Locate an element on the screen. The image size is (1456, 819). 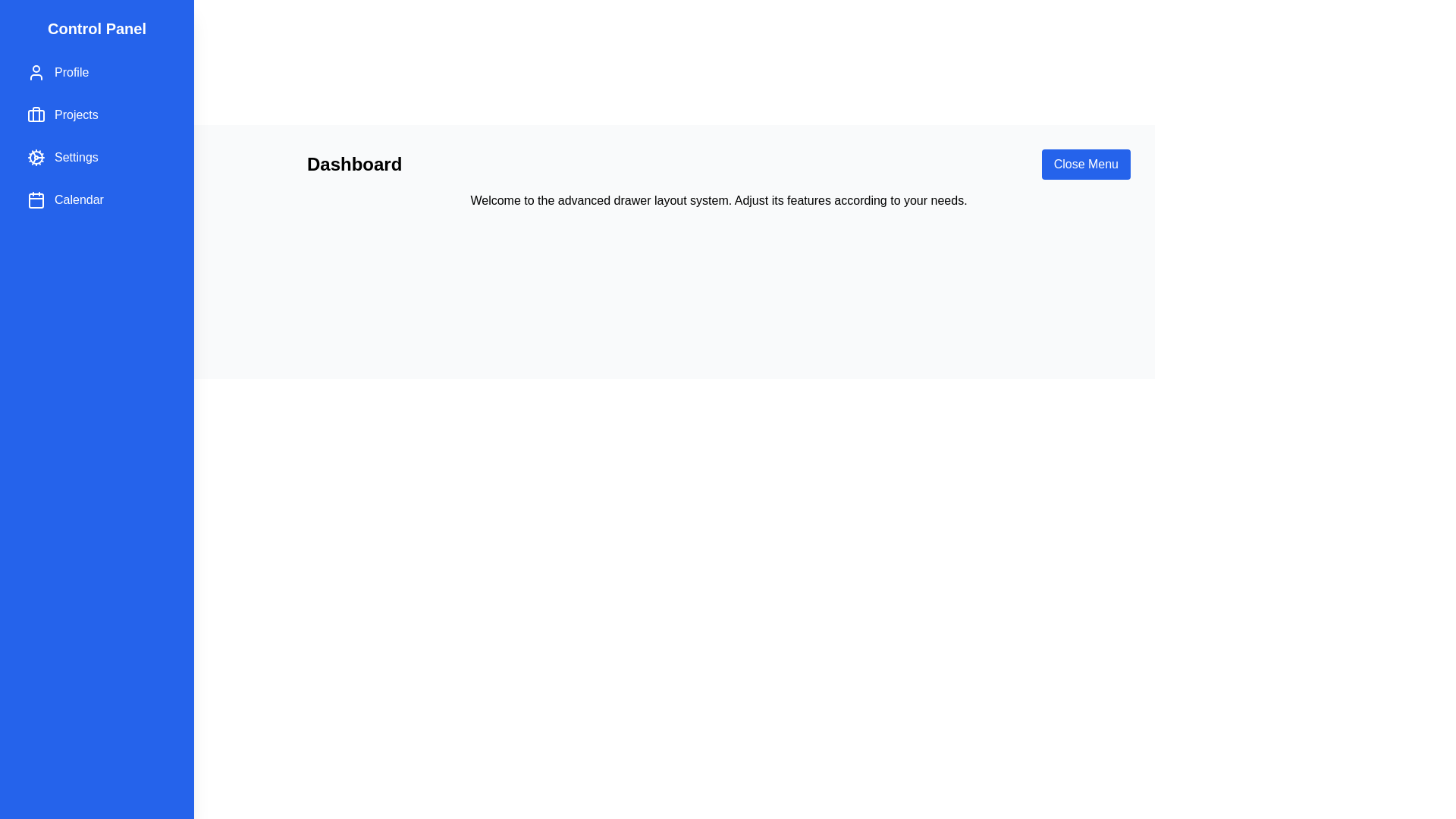
the cogwheel icon representing settings functionality in the left-hand side navigation bar, located adjacent to the 'Settings' text label is located at coordinates (36, 158).